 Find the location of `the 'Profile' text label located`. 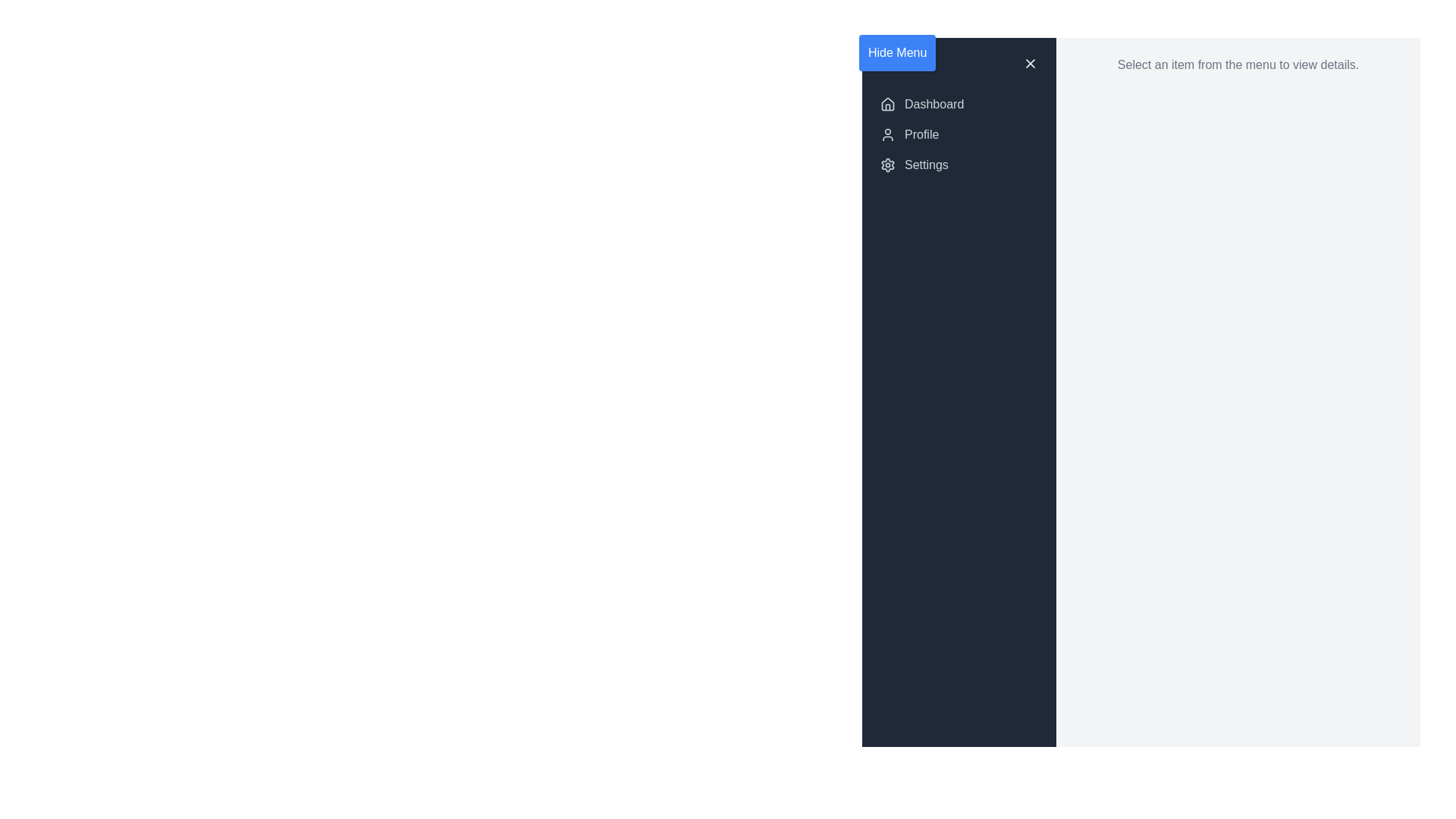

the 'Profile' text label located is located at coordinates (920, 133).